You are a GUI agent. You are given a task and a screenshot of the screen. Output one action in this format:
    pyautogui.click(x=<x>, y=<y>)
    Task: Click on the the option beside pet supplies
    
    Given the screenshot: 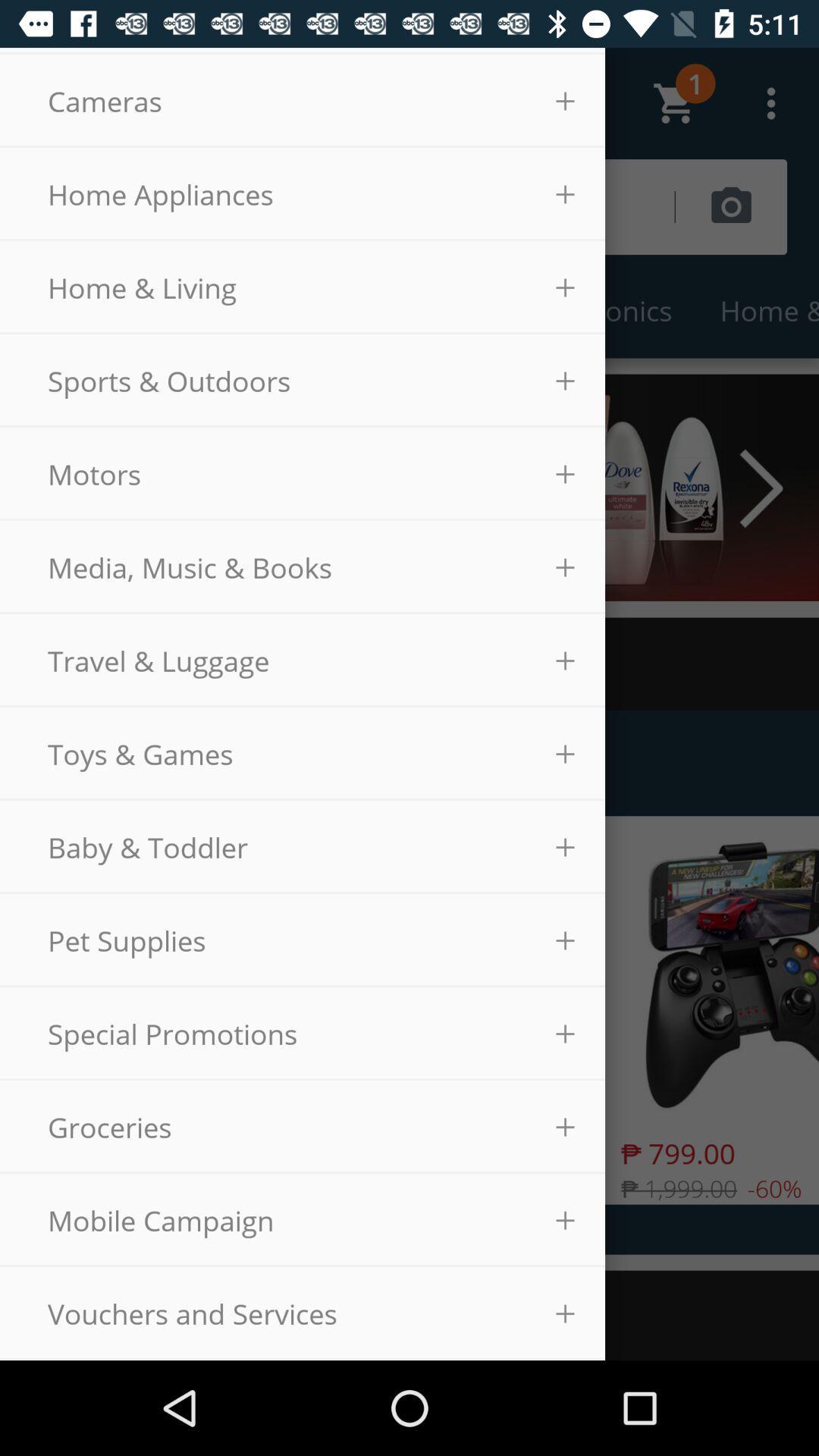 What is the action you would take?
    pyautogui.click(x=565, y=940)
    